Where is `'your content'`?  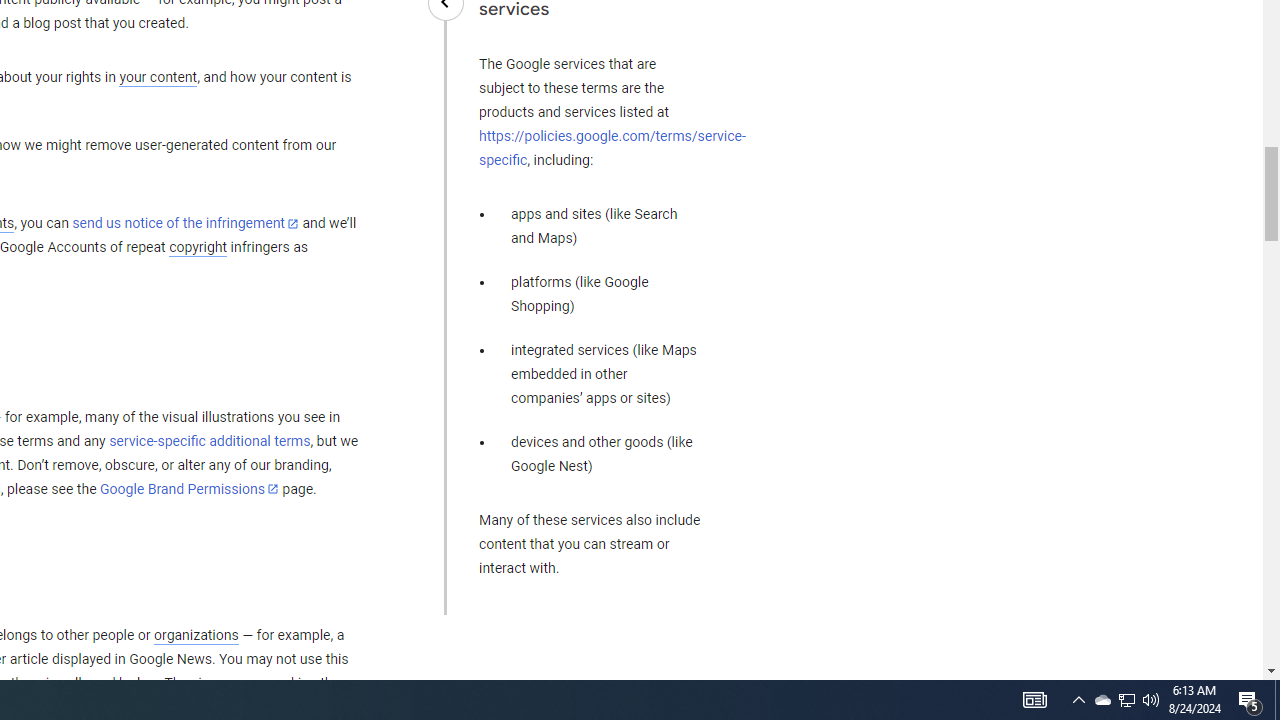
'your content' is located at coordinates (157, 77).